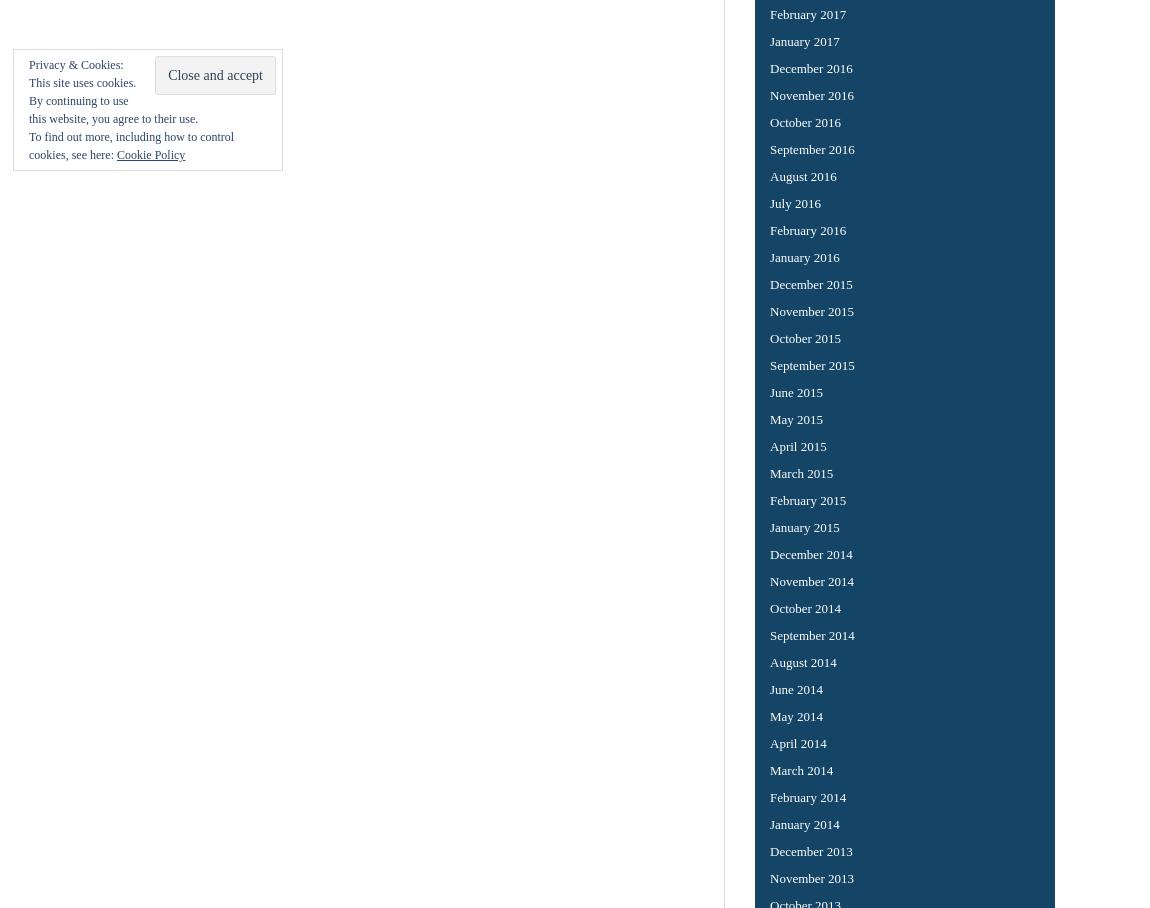 Image resolution: width=1150 pixels, height=908 pixels. I want to click on 'Cookie Policy', so click(115, 153).